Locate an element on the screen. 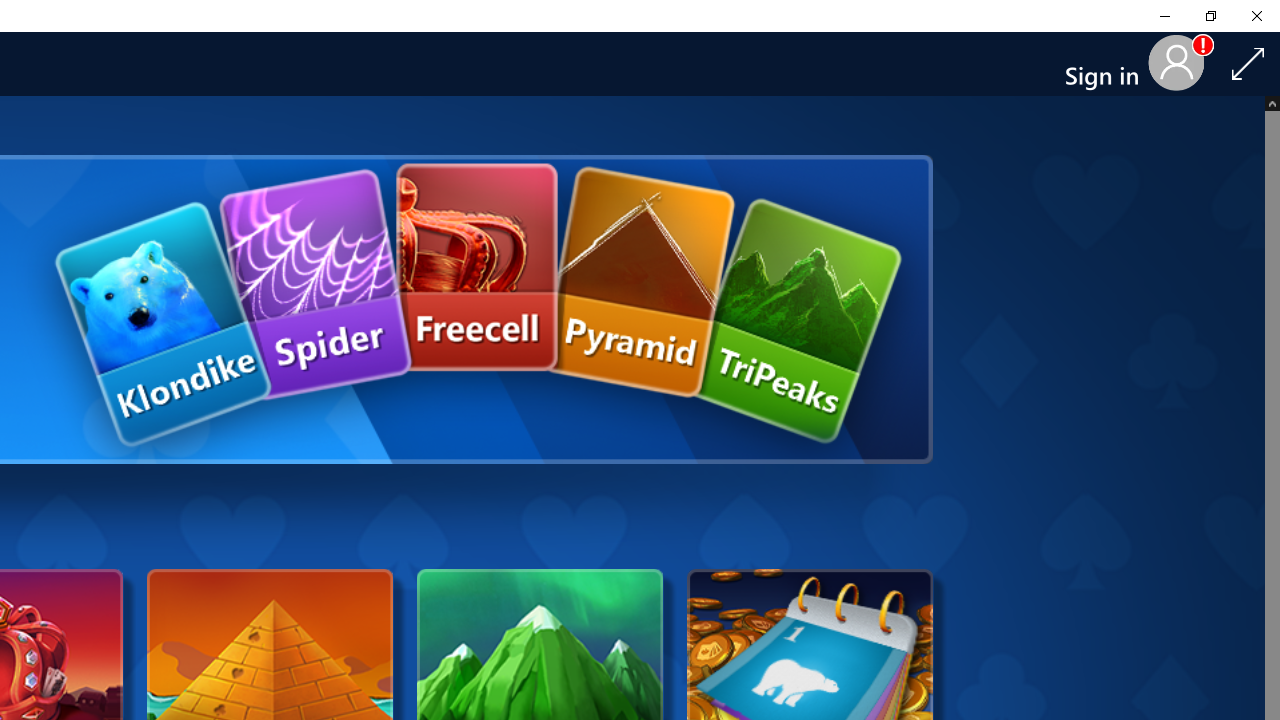 This screenshot has width=1280, height=720. 'Sign in' is located at coordinates (1108, 63).